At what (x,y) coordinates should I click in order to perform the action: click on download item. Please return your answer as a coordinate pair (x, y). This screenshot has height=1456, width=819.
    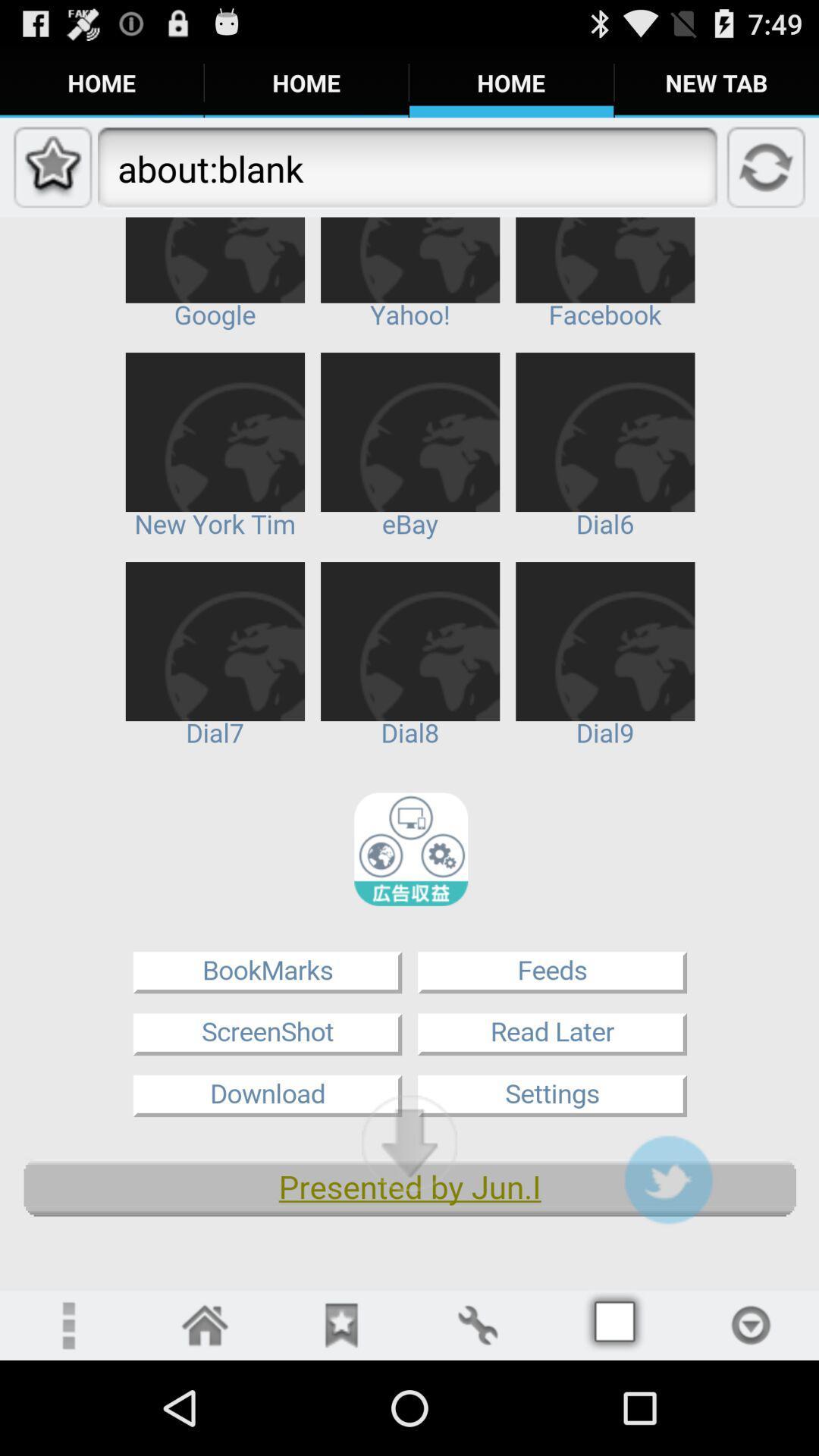
    Looking at the image, I should click on (409, 1143).